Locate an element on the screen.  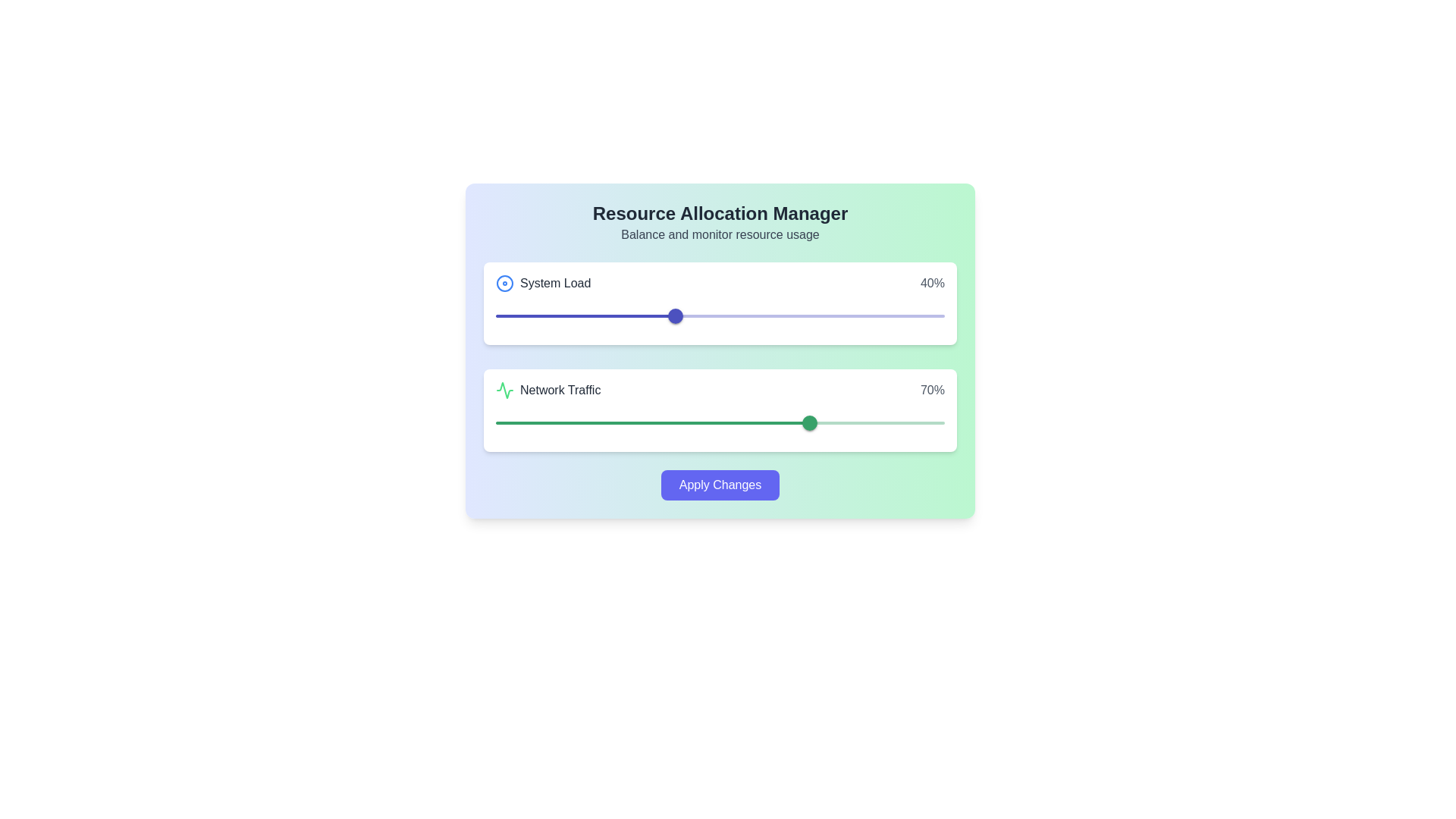
network traffic is located at coordinates (886, 423).